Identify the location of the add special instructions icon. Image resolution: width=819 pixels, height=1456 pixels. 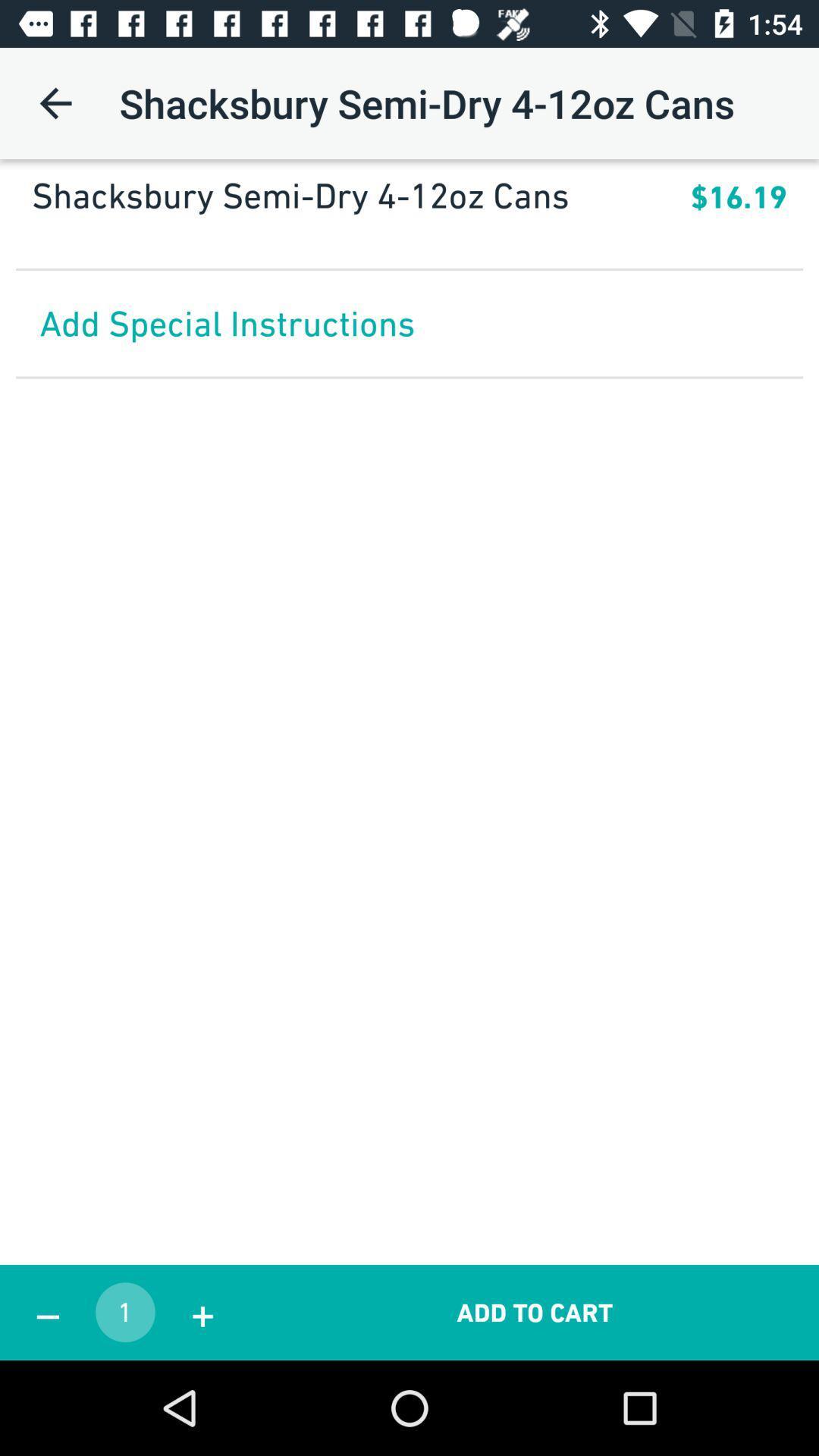
(409, 322).